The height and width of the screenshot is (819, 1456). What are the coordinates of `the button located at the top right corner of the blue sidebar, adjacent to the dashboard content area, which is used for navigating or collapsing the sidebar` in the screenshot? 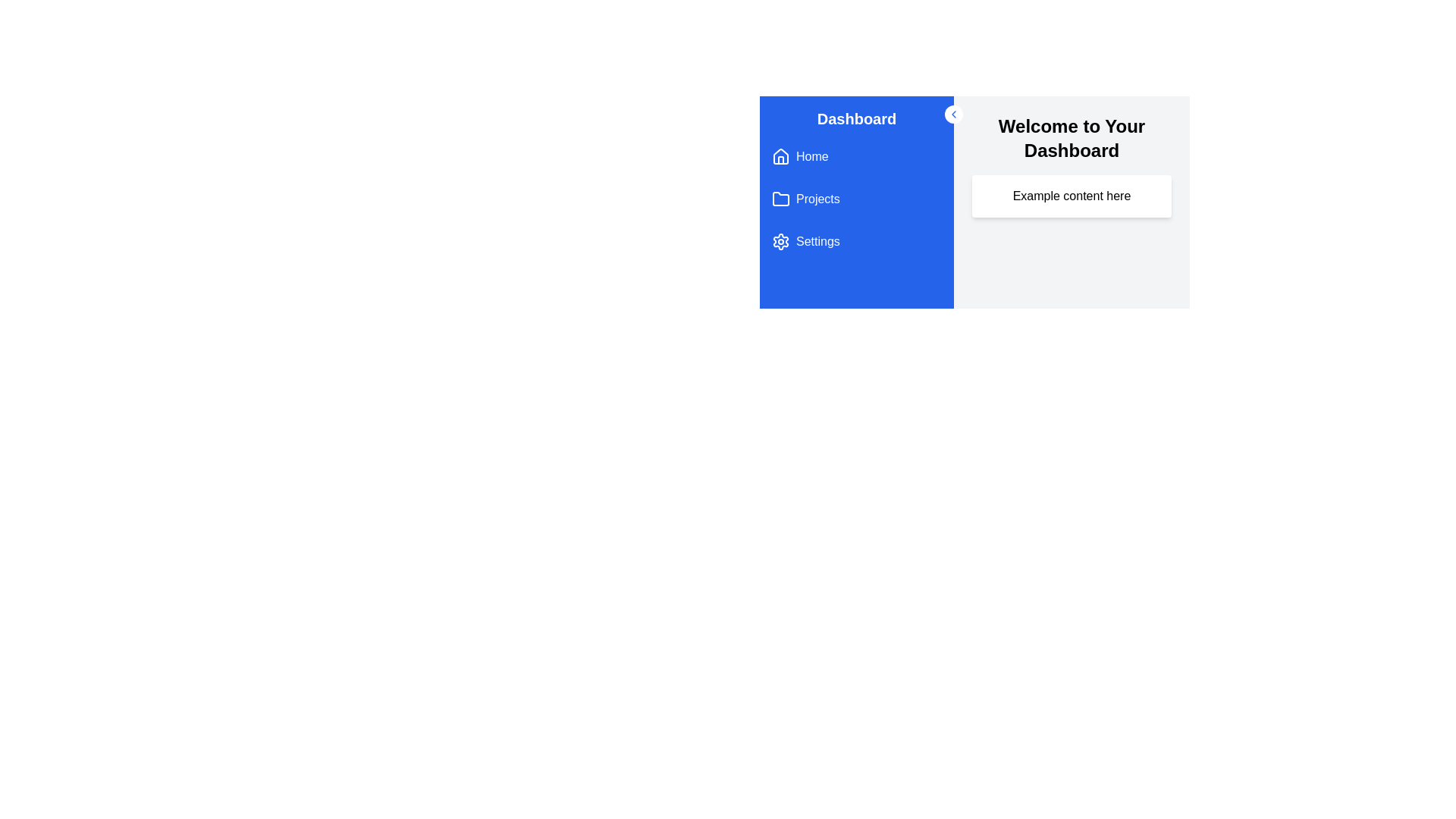 It's located at (952, 113).